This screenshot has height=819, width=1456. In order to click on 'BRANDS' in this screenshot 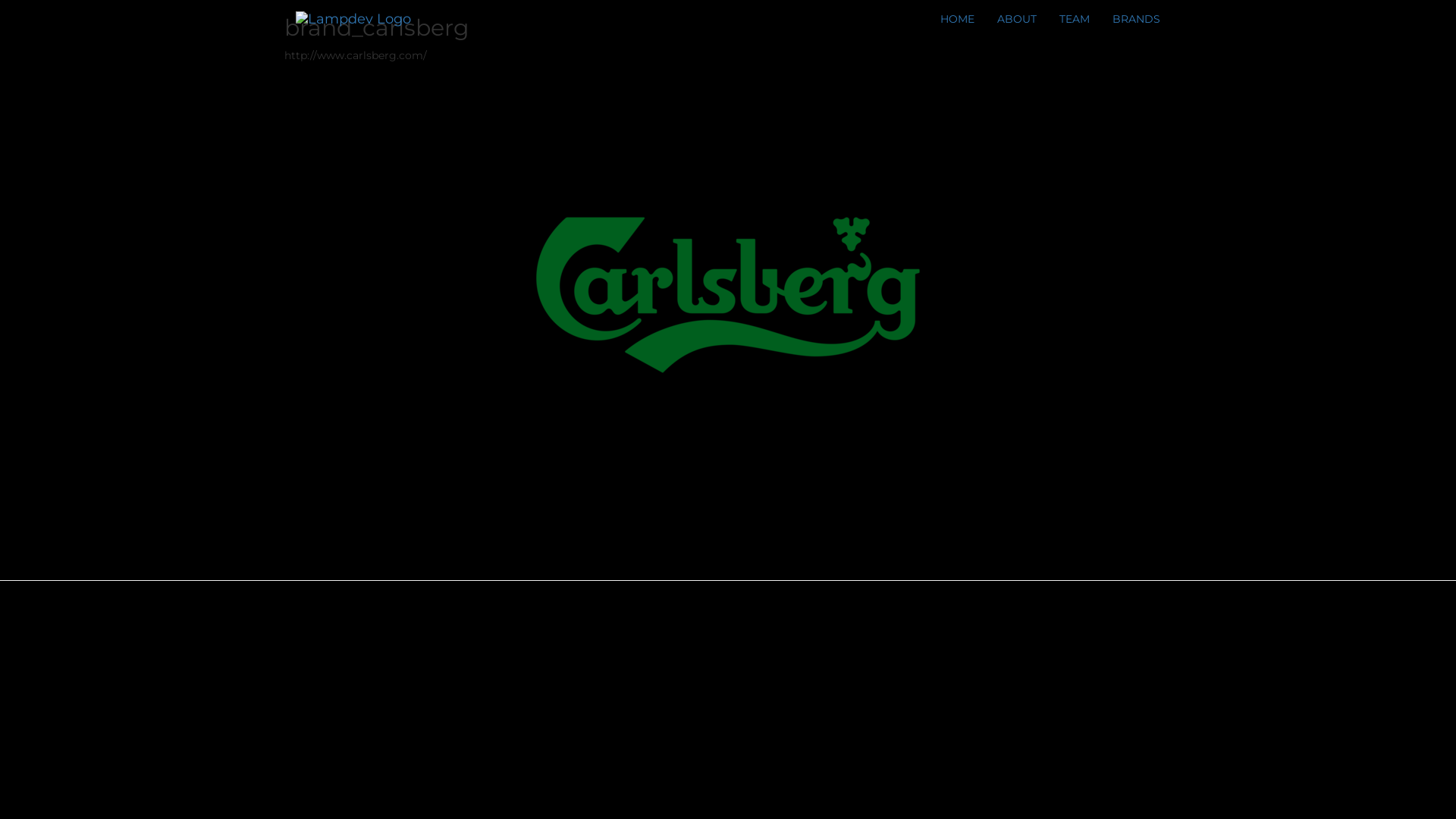, I will do `click(1136, 18)`.